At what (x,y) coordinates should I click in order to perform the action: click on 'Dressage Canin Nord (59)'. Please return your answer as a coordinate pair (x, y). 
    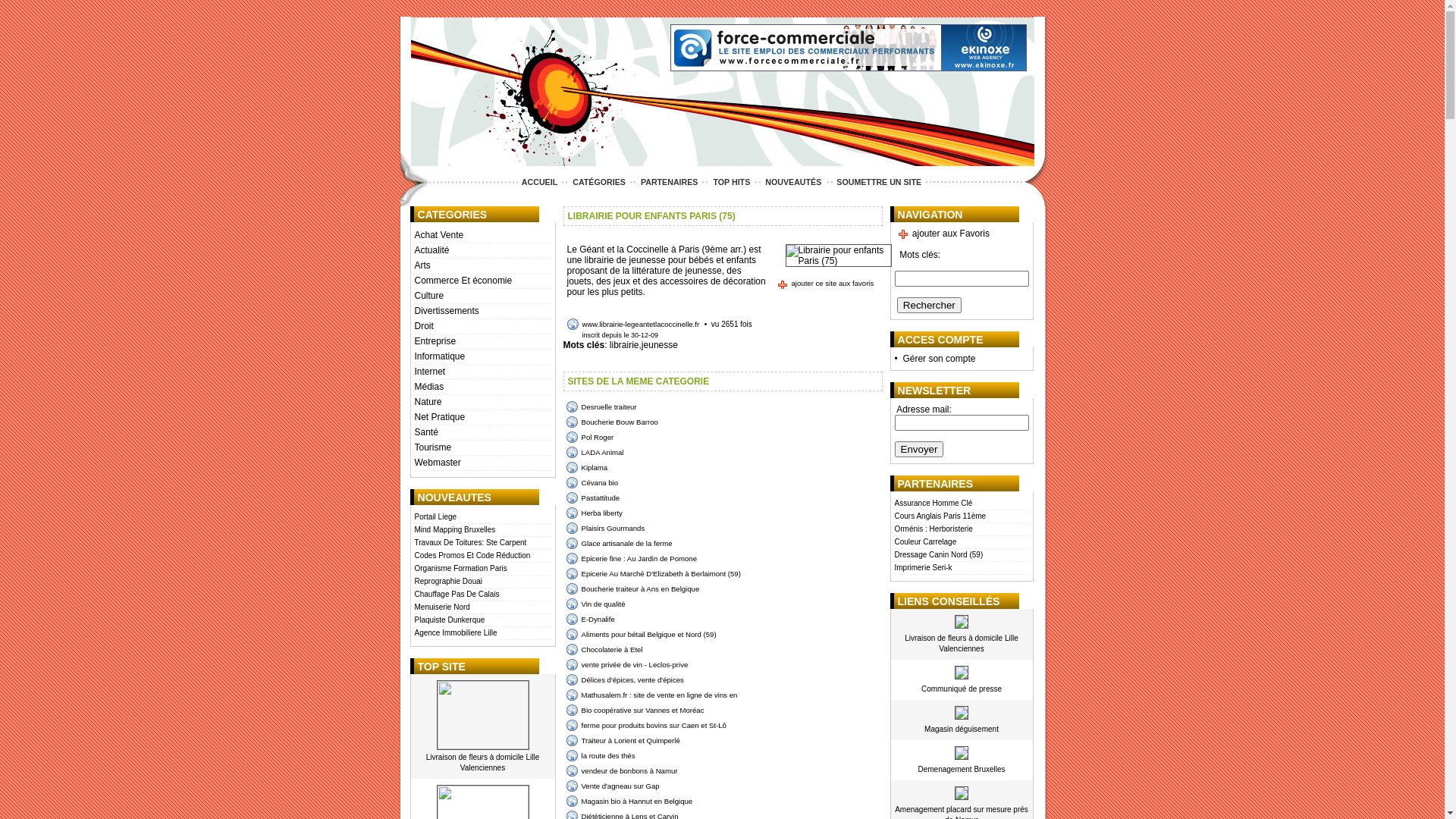
    Looking at the image, I should click on (961, 555).